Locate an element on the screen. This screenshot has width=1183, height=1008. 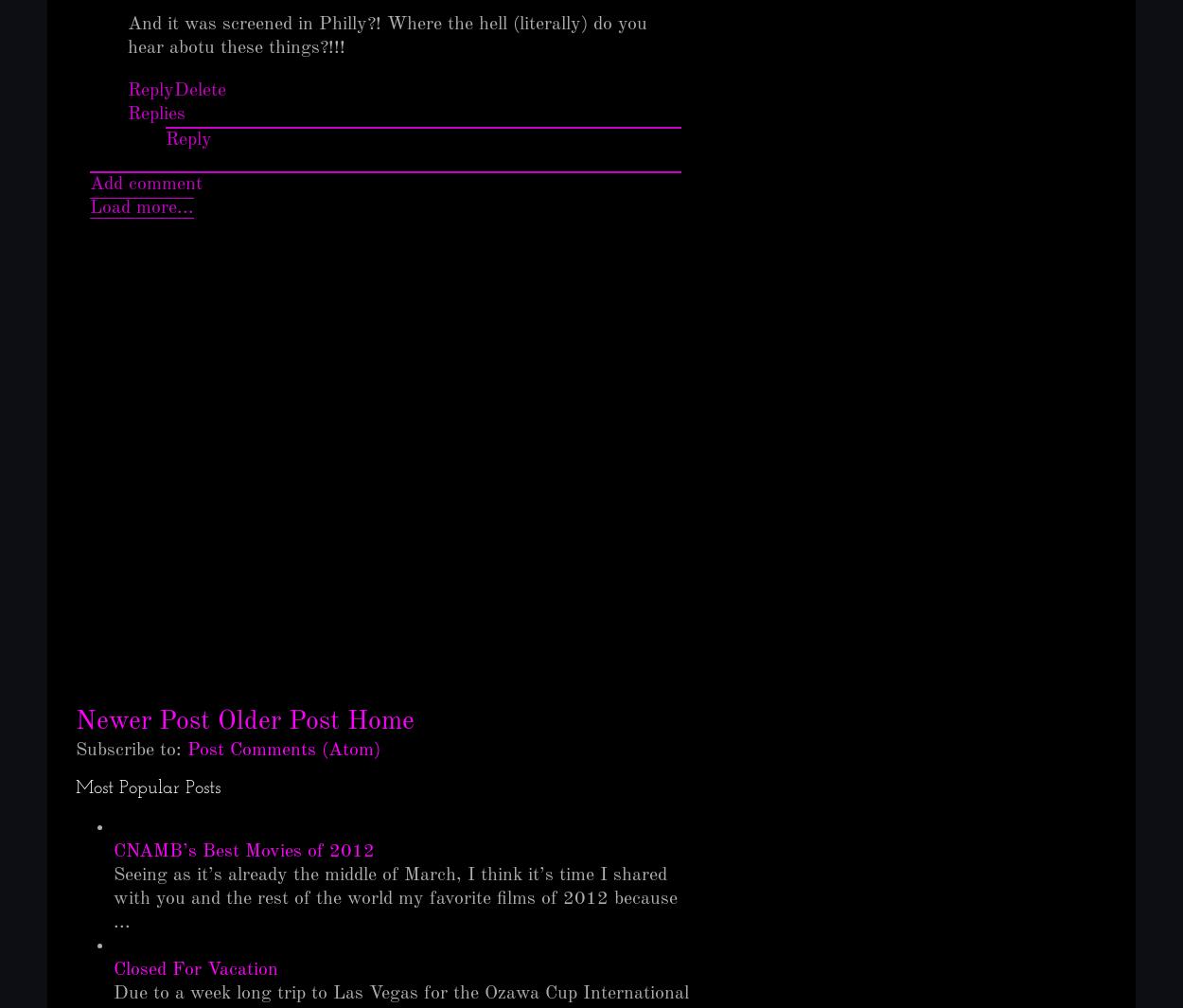
'Seeing as it’s already the middle of March, I think it’s time I shared with you and the rest of the world my favorite films of 2012 because ...' is located at coordinates (395, 898).